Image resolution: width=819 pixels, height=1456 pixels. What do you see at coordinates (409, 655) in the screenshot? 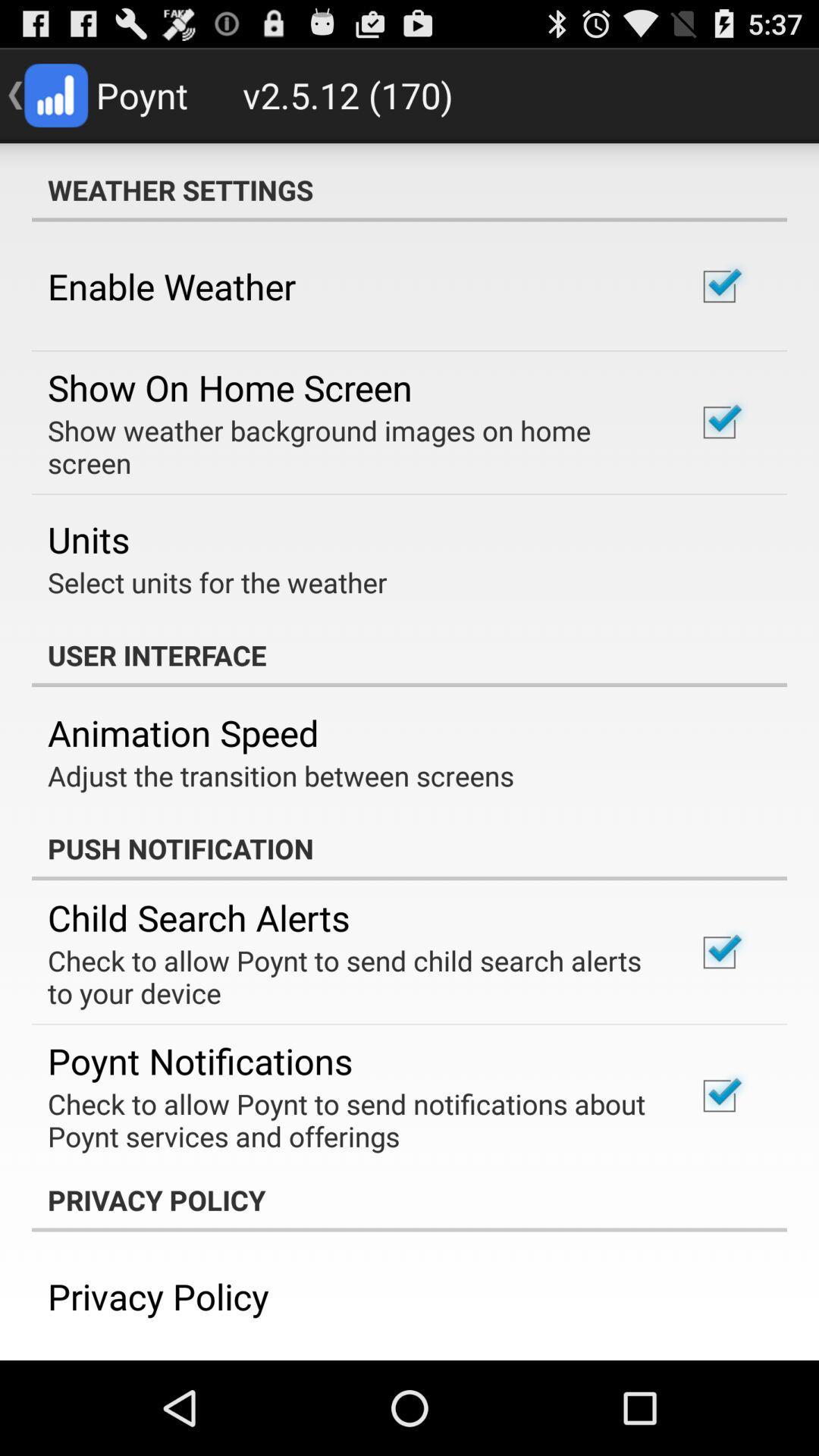
I see `the item below select units for item` at bounding box center [409, 655].